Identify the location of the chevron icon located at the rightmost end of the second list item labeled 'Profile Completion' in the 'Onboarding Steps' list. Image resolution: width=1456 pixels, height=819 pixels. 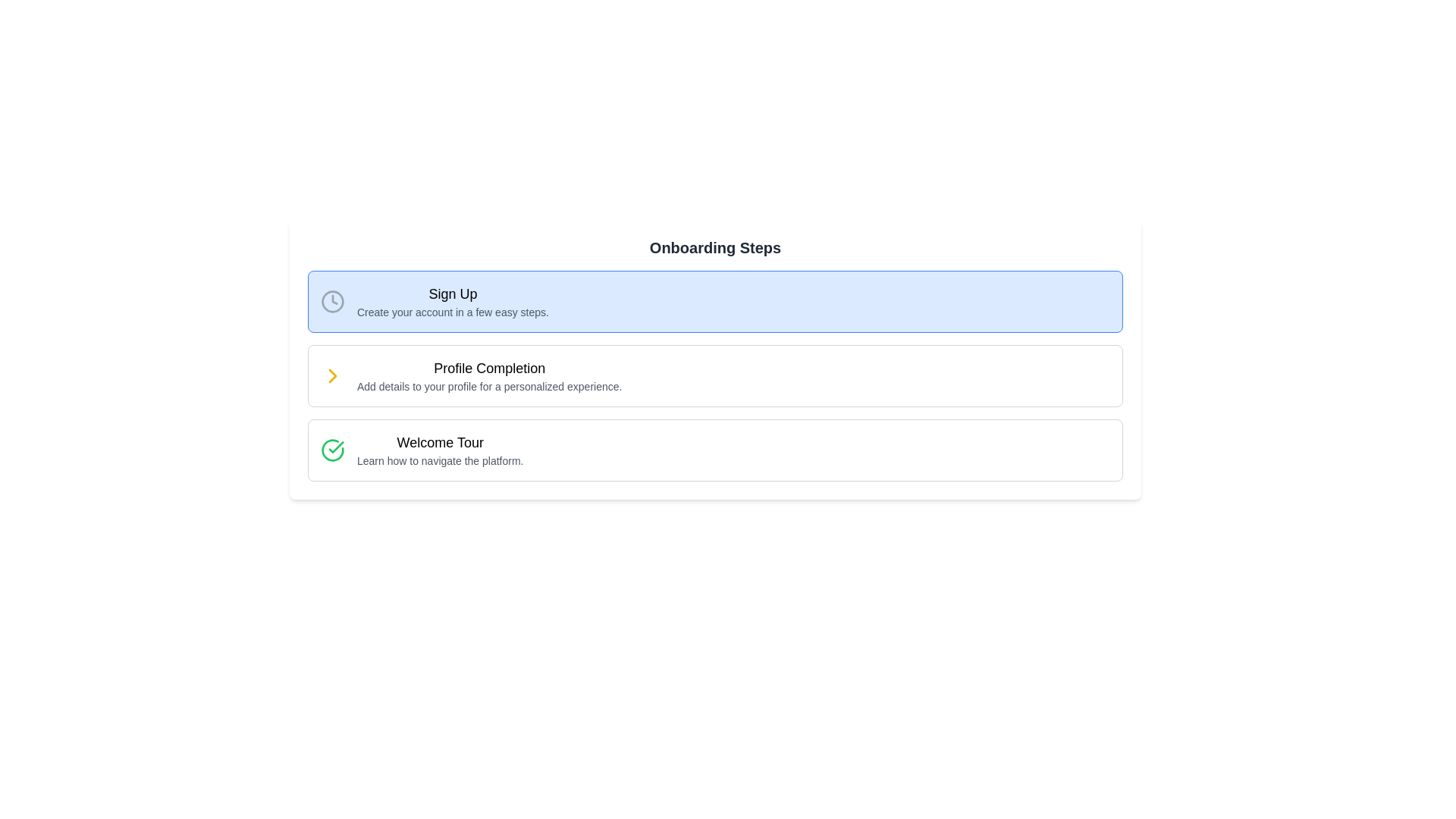
(331, 375).